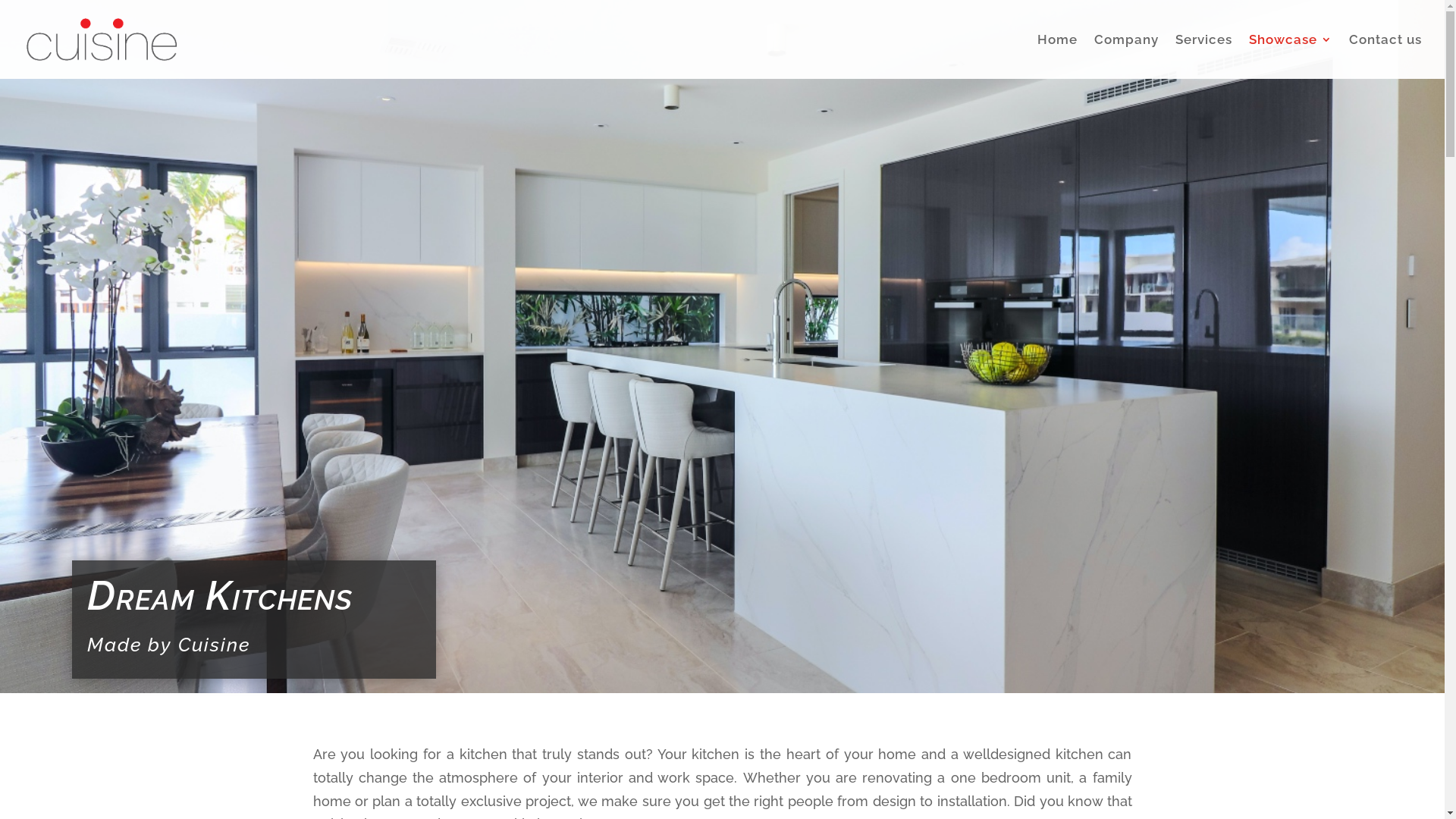 Image resolution: width=1456 pixels, height=819 pixels. Describe the element at coordinates (1126, 55) in the screenshot. I see `'Company'` at that location.